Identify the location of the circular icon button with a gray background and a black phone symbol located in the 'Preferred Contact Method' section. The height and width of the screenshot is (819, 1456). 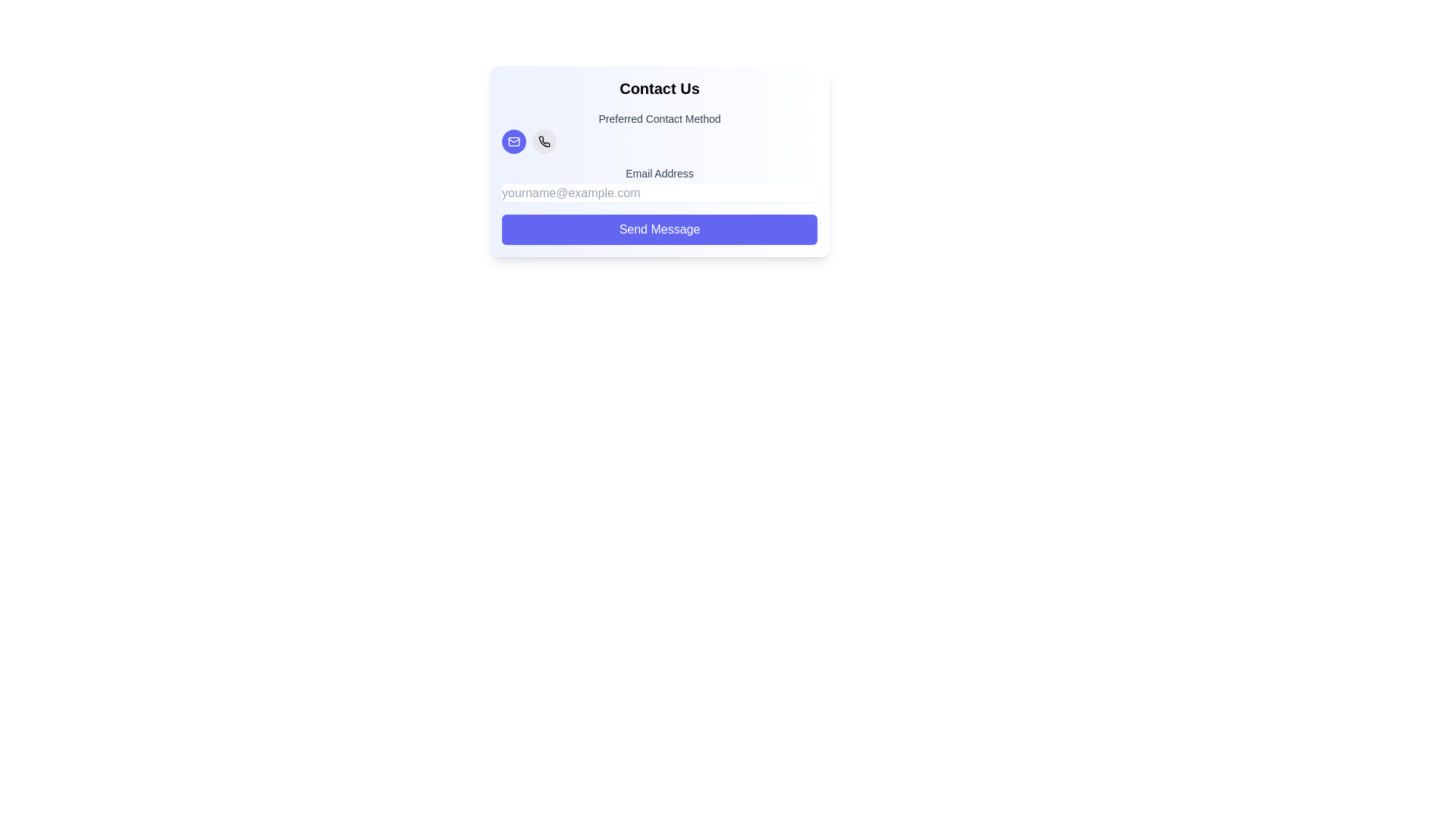
(544, 141).